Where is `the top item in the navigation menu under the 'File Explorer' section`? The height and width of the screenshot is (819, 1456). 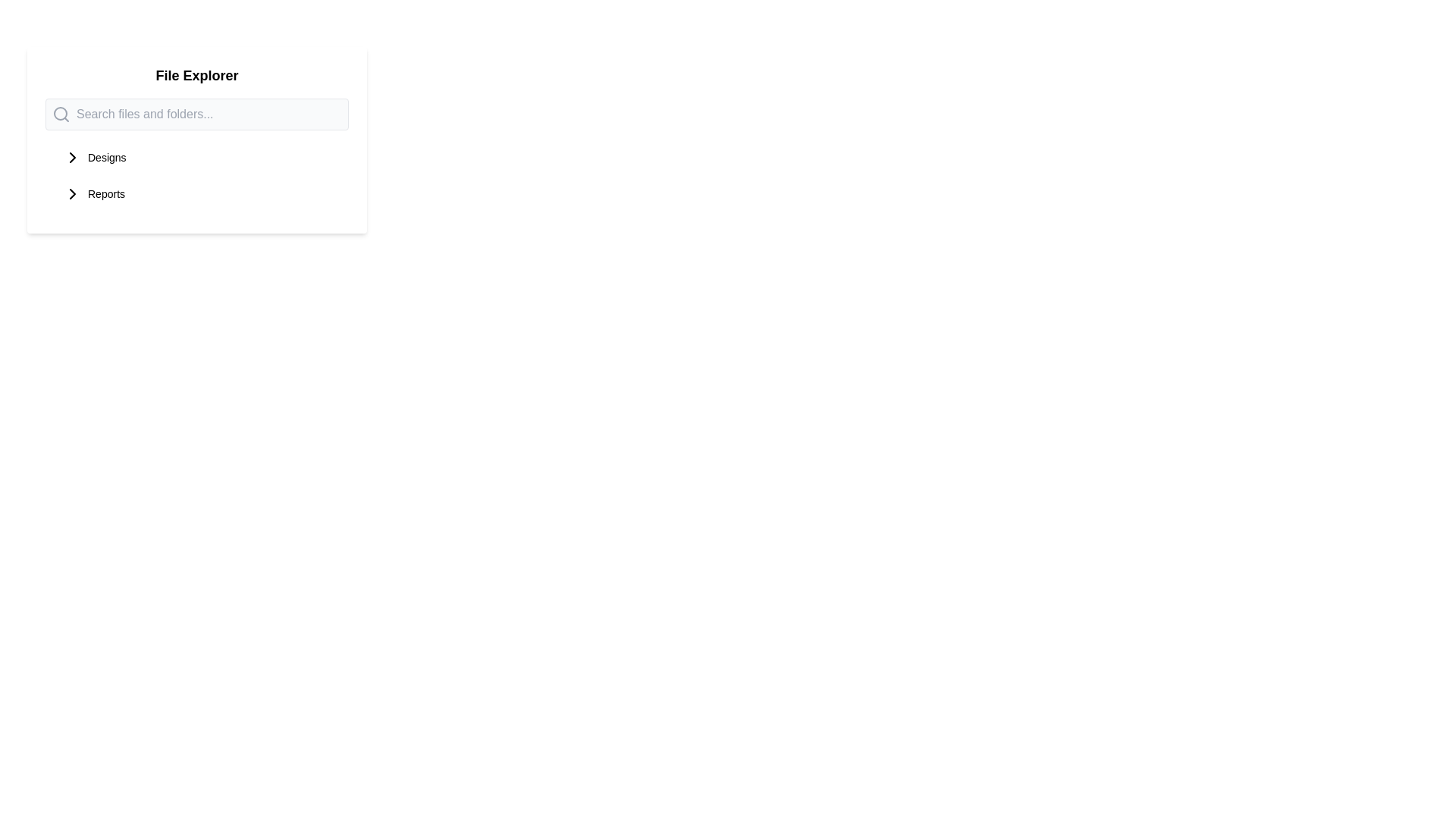
the top item in the navigation menu under the 'File Explorer' section is located at coordinates (202, 158).